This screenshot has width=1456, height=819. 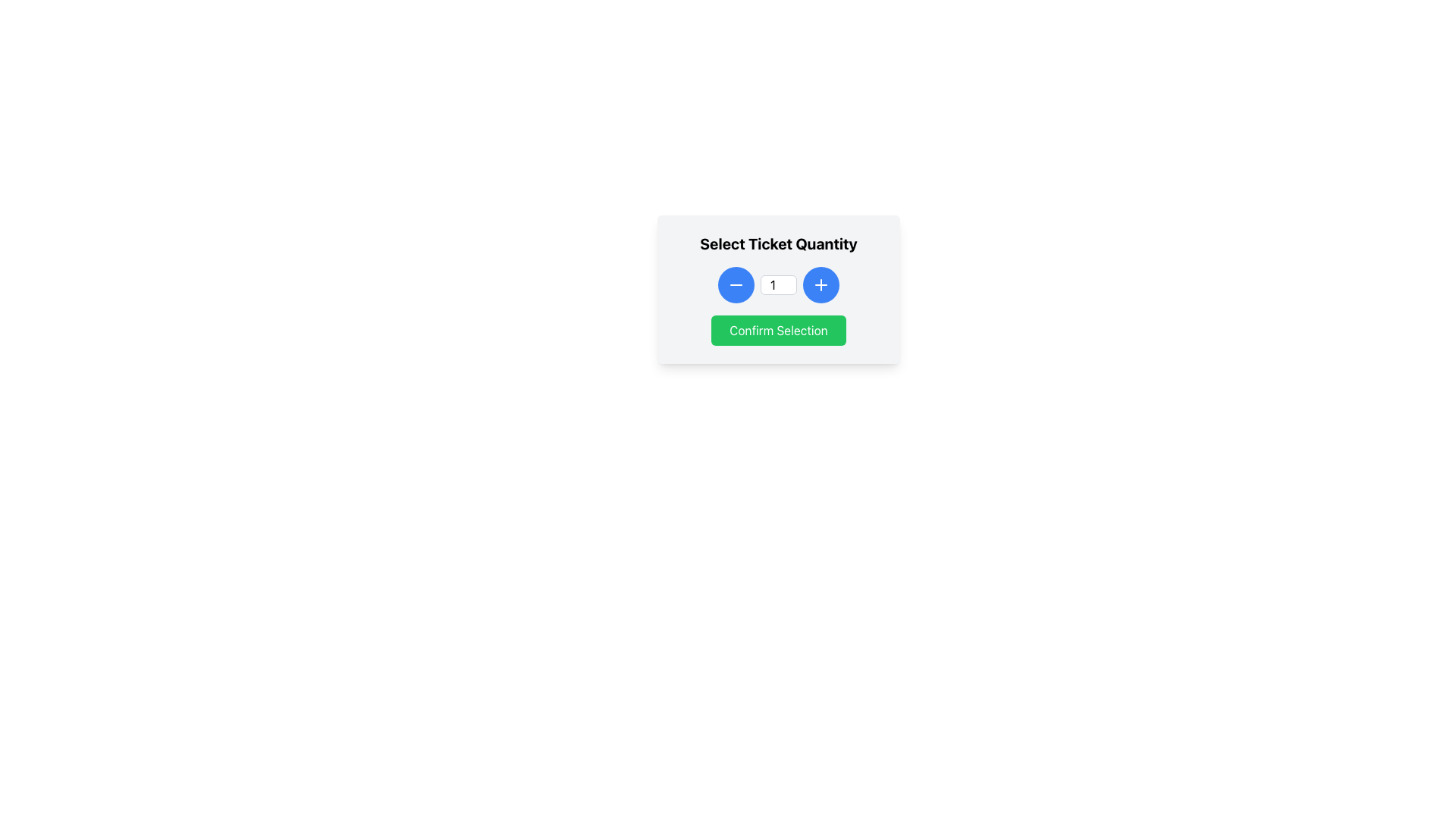 I want to click on the Number Input box displaying the number '1' to focus on it, so click(x=779, y=284).